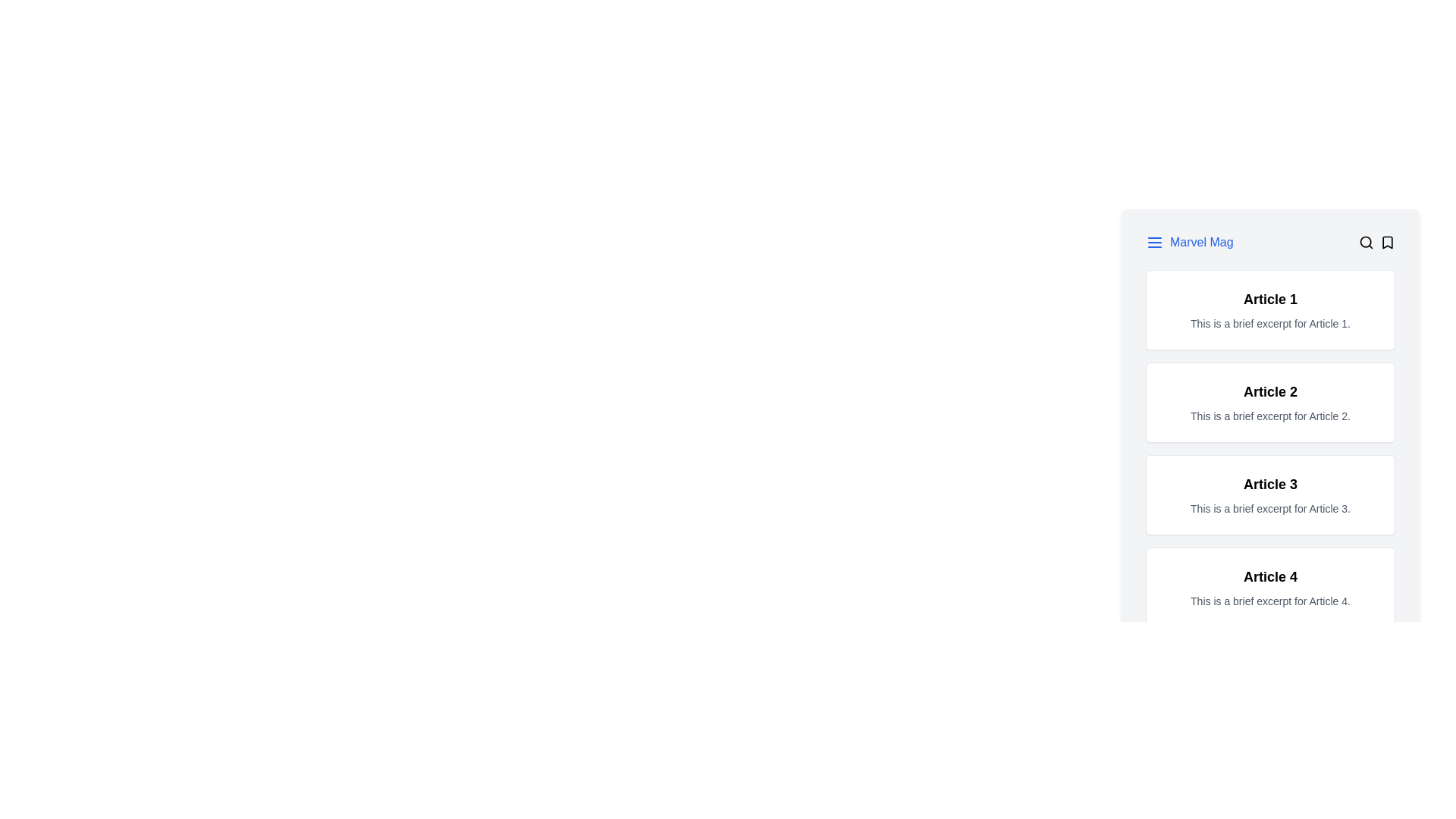 The image size is (1456, 819). What do you see at coordinates (1270, 416) in the screenshot?
I see `the text label providing a descriptive excerpt for the article titled 'Article 2', which is positioned below its title in the second card of the vertical list of articles` at bounding box center [1270, 416].